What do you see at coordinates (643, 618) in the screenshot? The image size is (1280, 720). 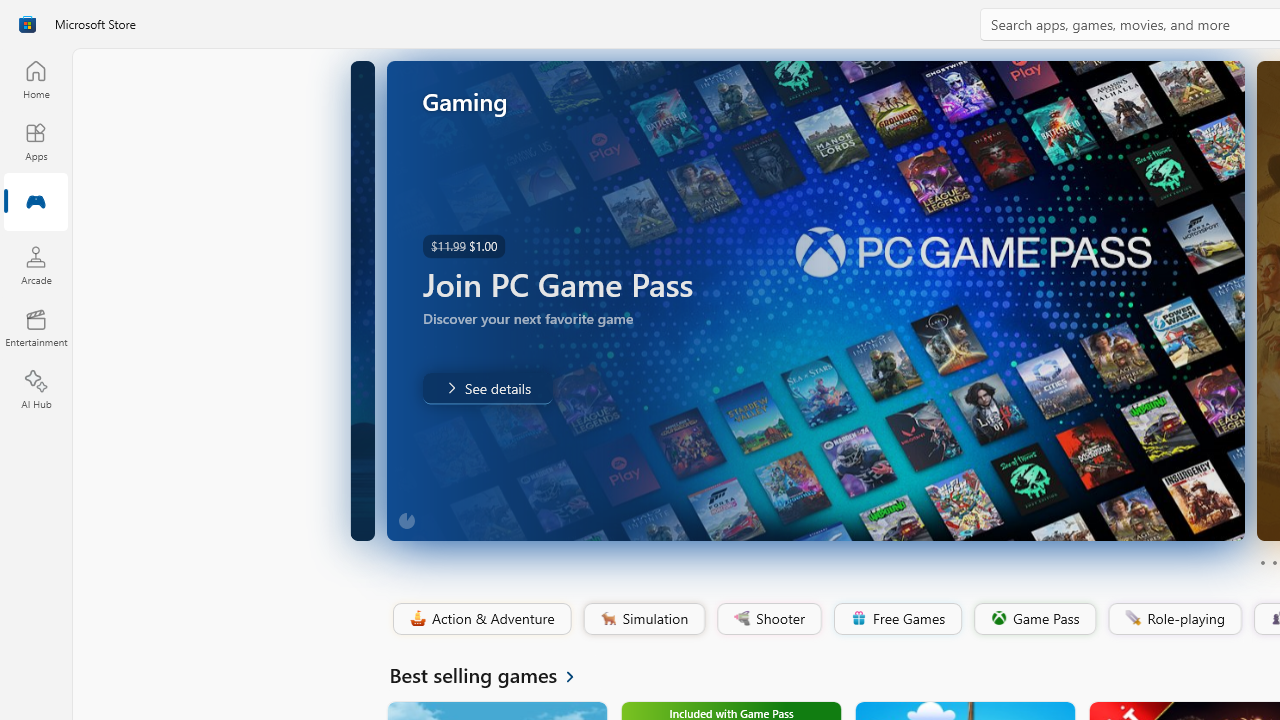 I see `'Simulation'` at bounding box center [643, 618].